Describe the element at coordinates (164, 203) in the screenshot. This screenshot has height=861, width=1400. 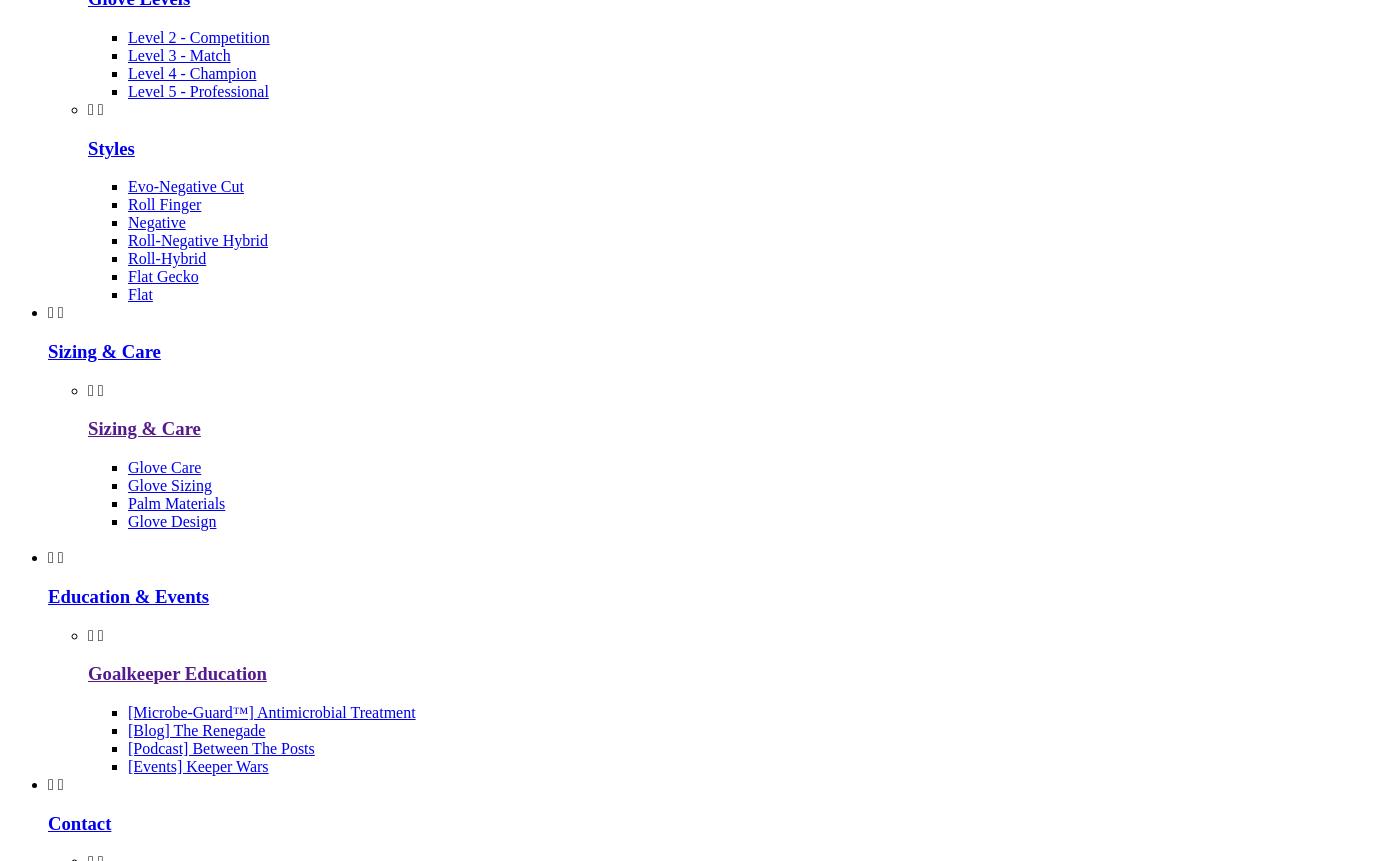
I see `'Roll Finger'` at that location.